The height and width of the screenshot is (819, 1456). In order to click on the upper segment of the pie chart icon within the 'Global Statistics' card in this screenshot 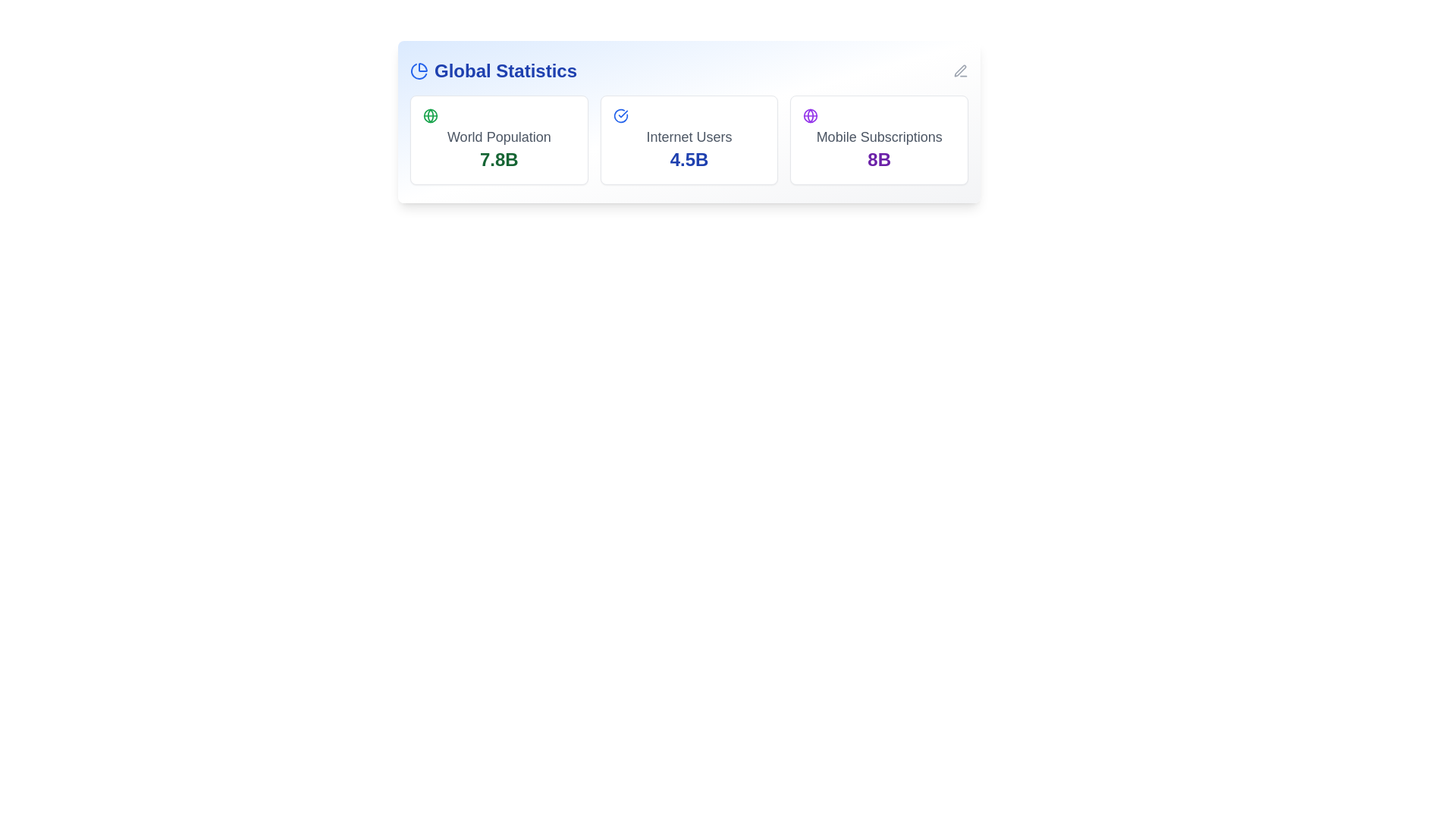, I will do `click(422, 66)`.